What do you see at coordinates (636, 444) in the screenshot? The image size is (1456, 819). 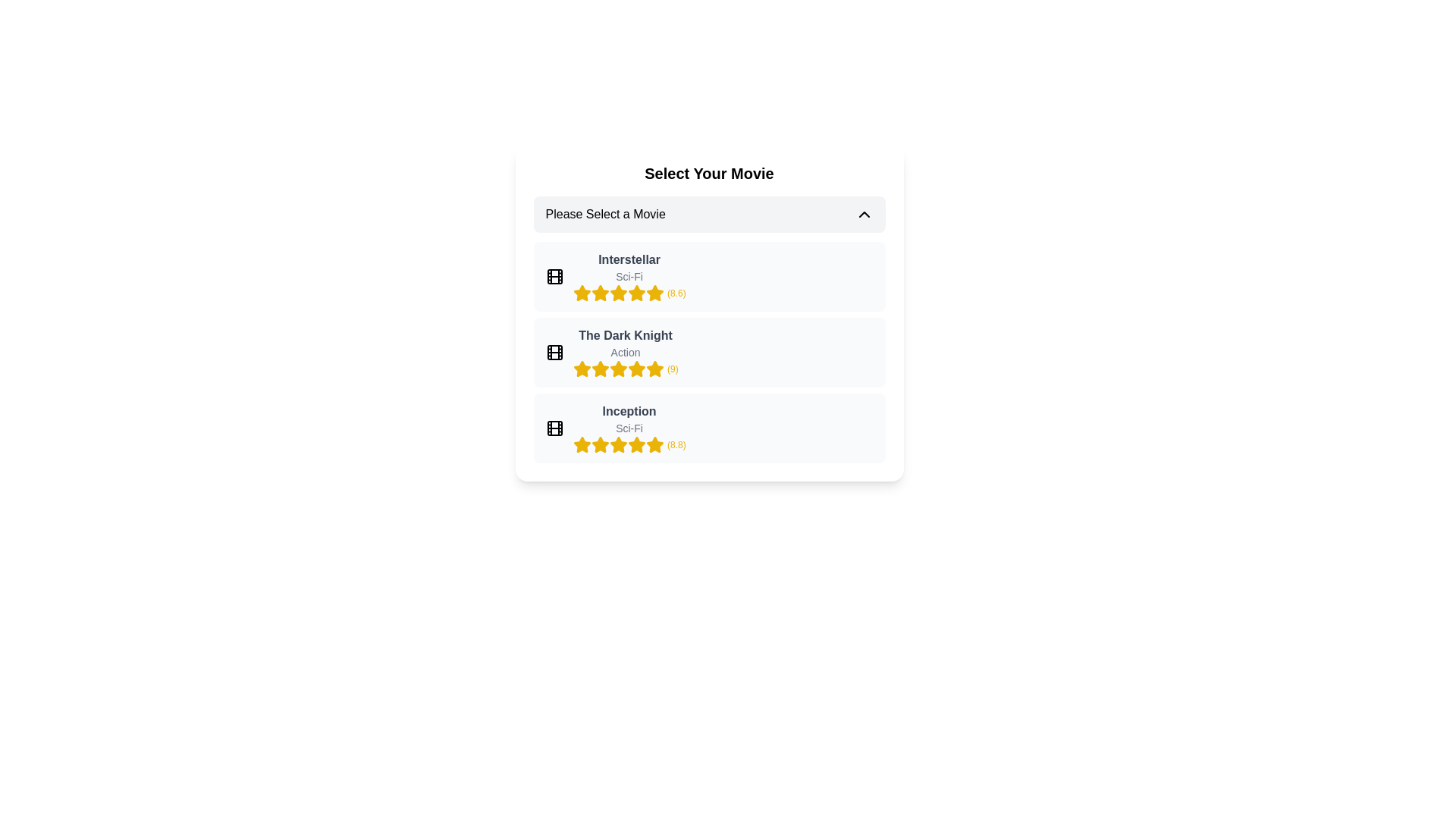 I see `the state of the seventh yellow star icon in the rating system for the movie 'Inception', which is located in a dropdown menu titled 'Select Your Movie'` at bounding box center [636, 444].